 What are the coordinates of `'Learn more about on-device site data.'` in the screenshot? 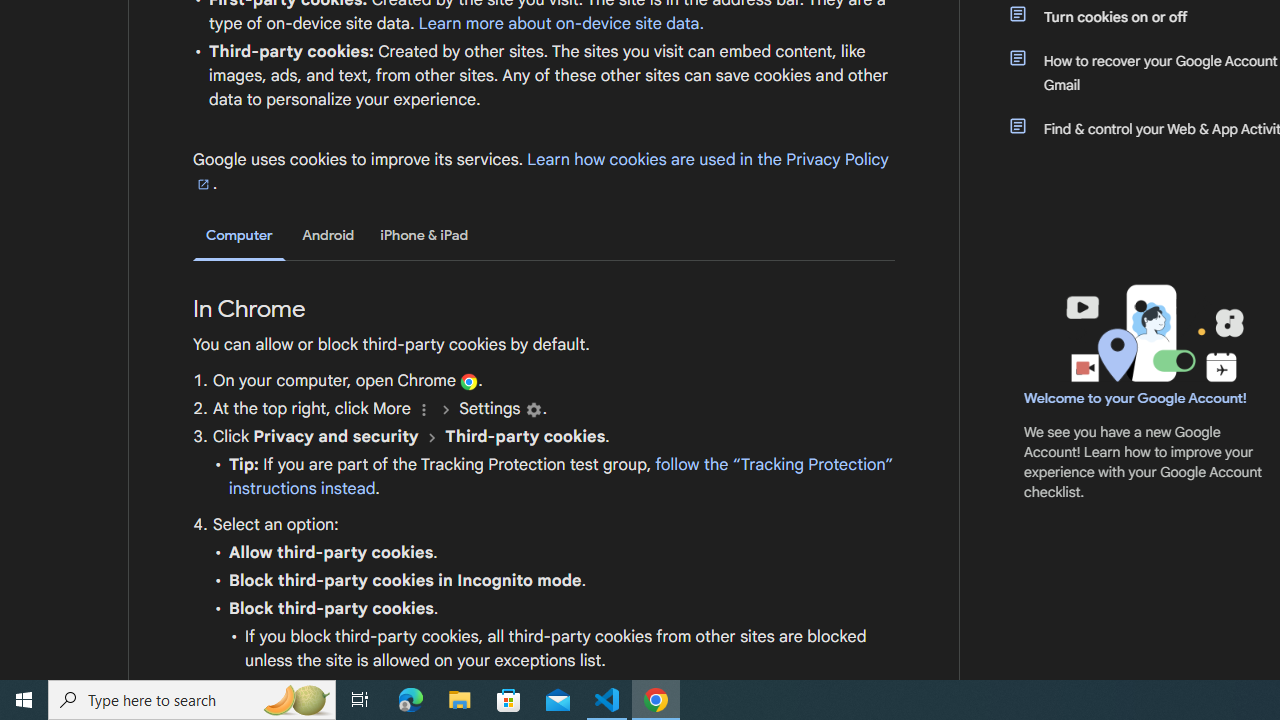 It's located at (560, 23).